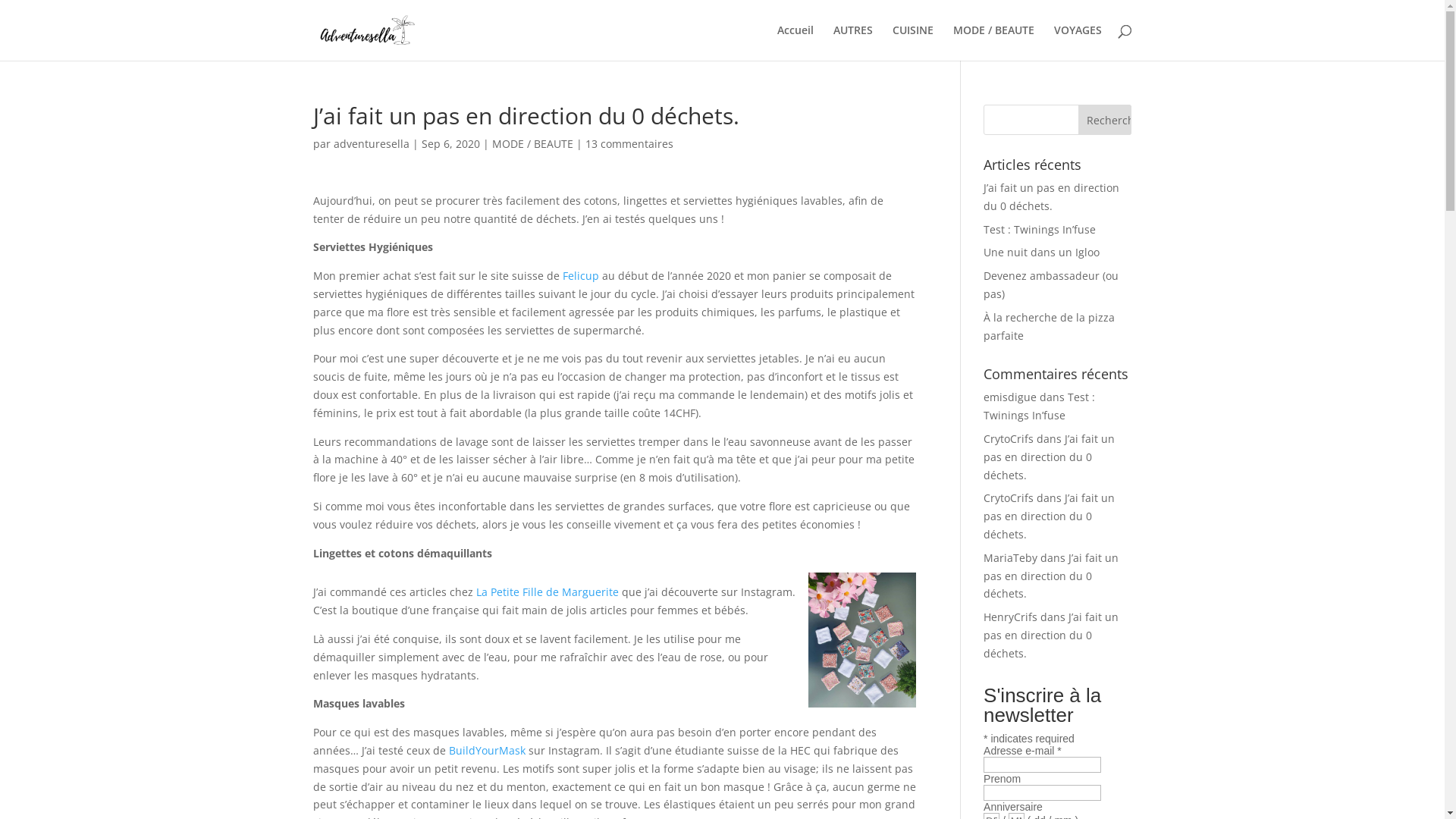 The height and width of the screenshot is (819, 1456). I want to click on 'Accueil', so click(793, 42).